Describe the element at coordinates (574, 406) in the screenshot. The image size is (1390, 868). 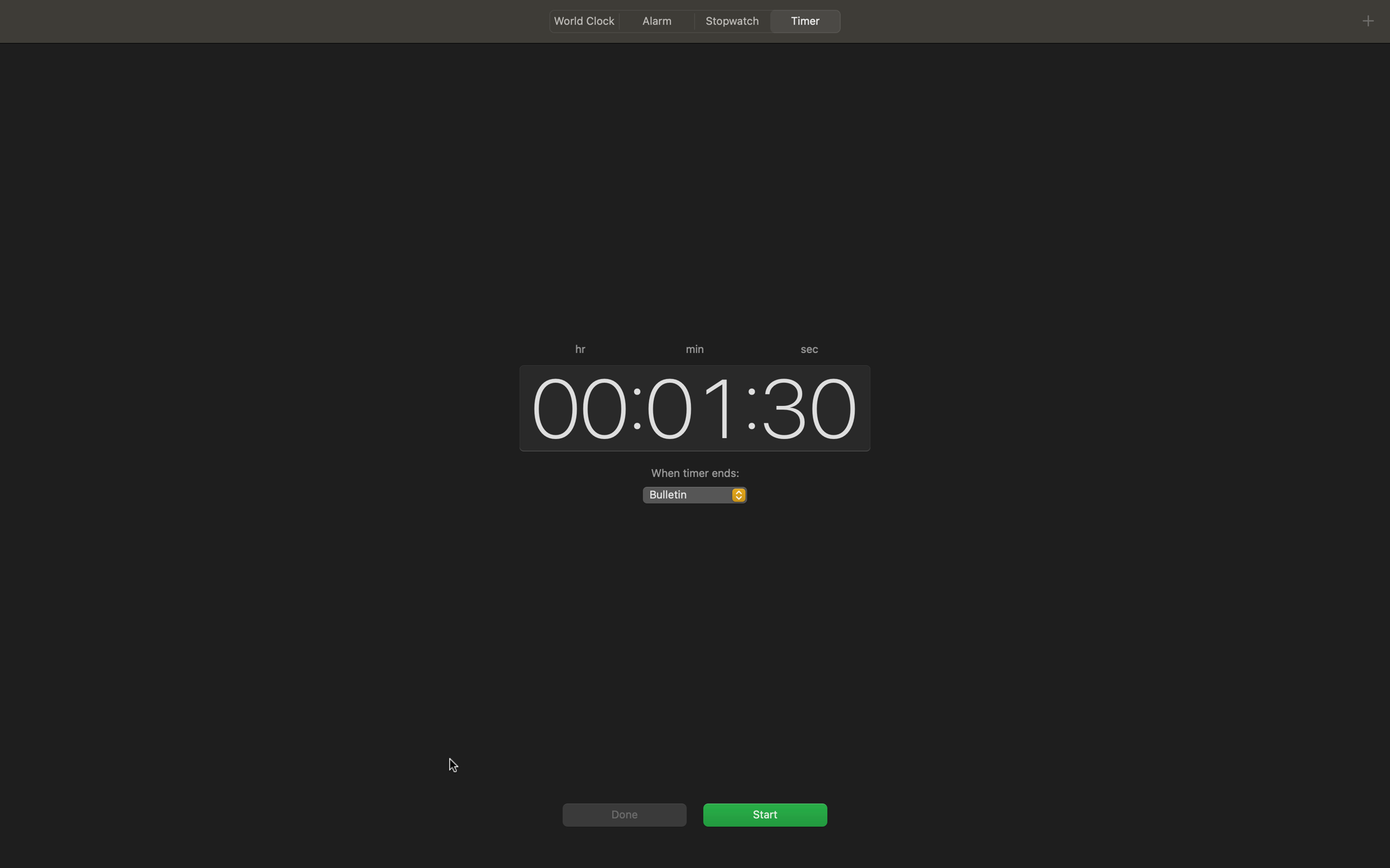
I see `the time as 3 hours` at that location.